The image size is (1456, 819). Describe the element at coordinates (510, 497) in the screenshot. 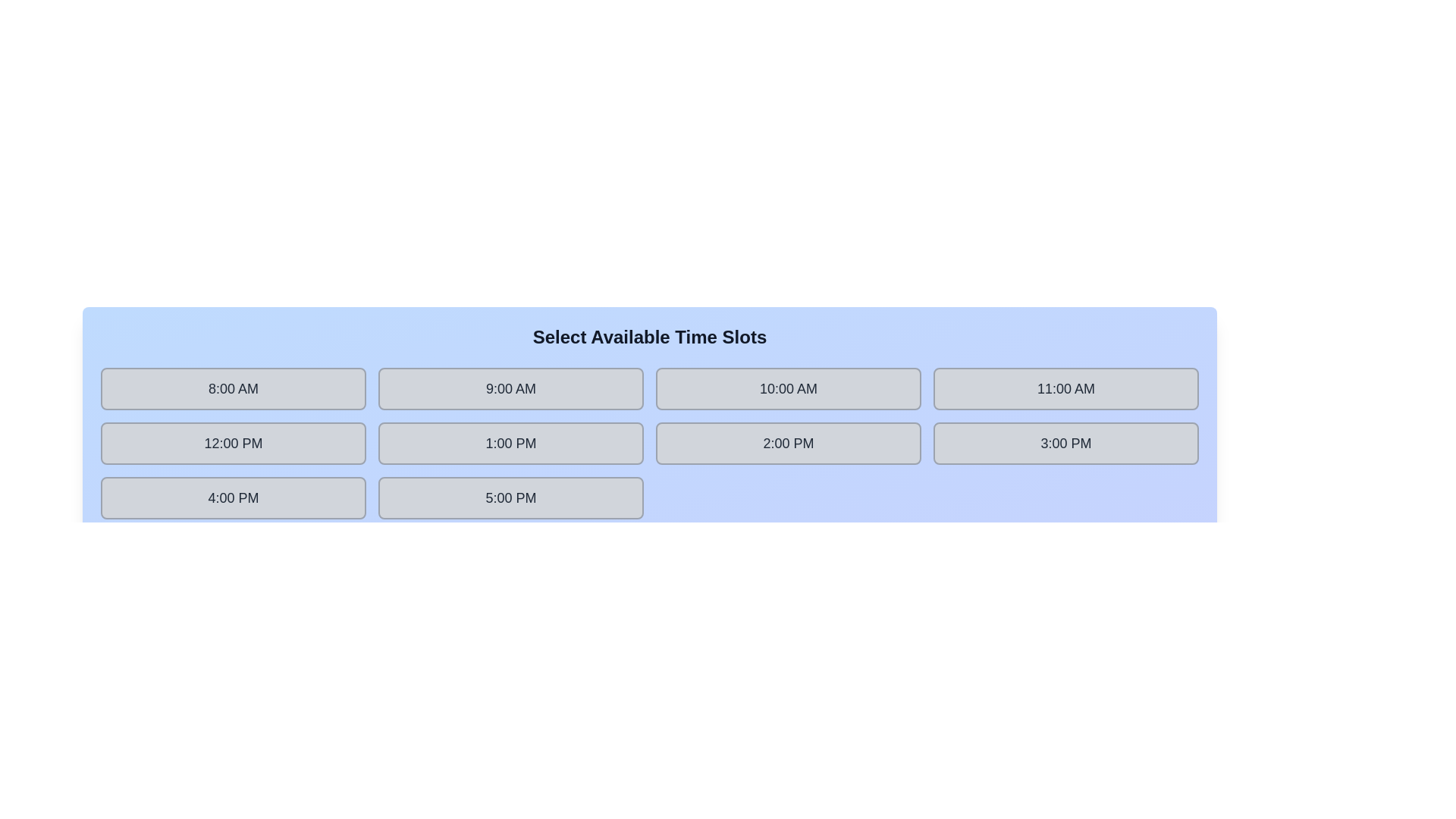

I see `the time slot labeled 5:00 PM` at that location.